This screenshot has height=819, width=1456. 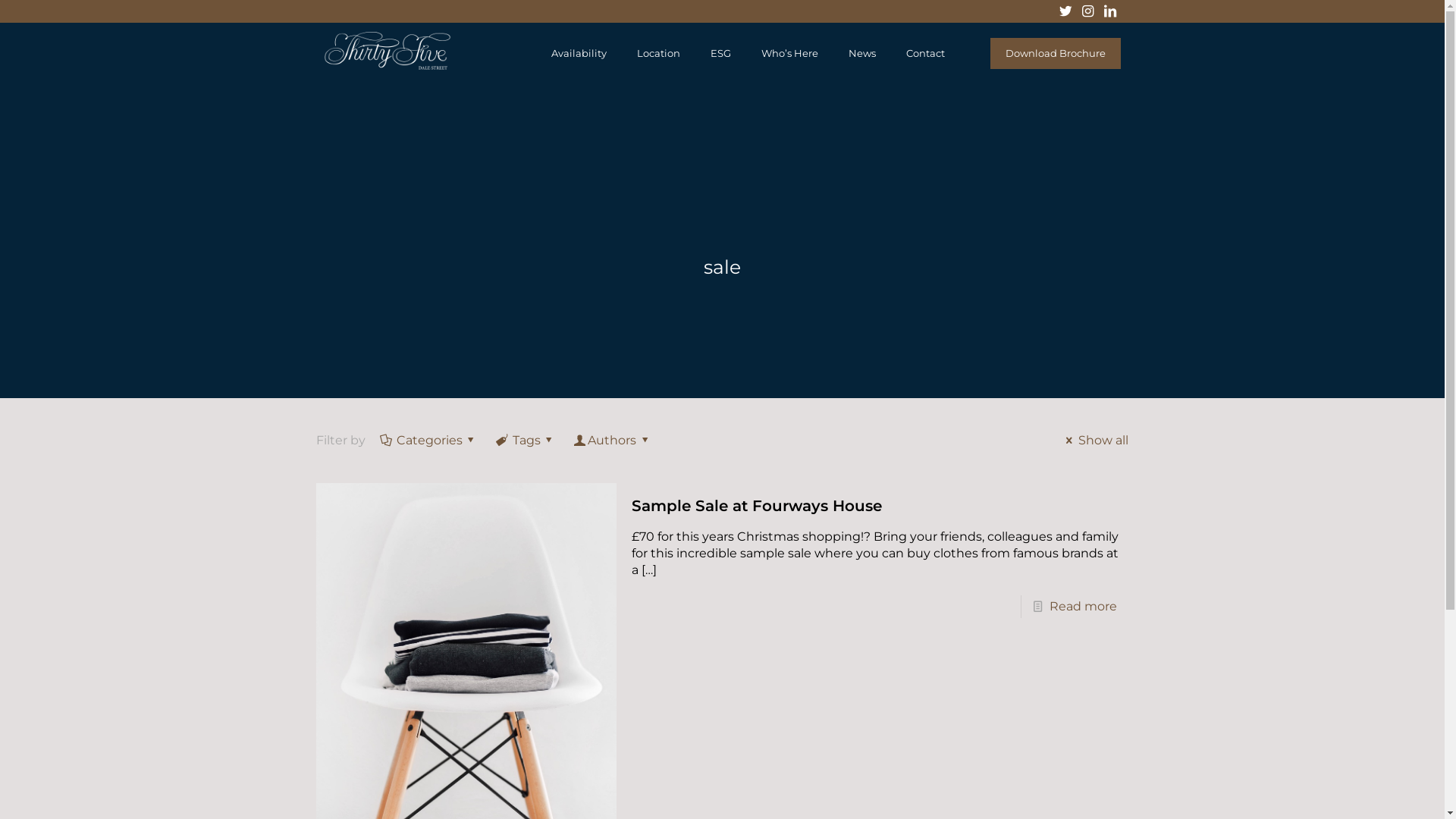 I want to click on 'Sample Sale at Fourways House', so click(x=757, y=506).